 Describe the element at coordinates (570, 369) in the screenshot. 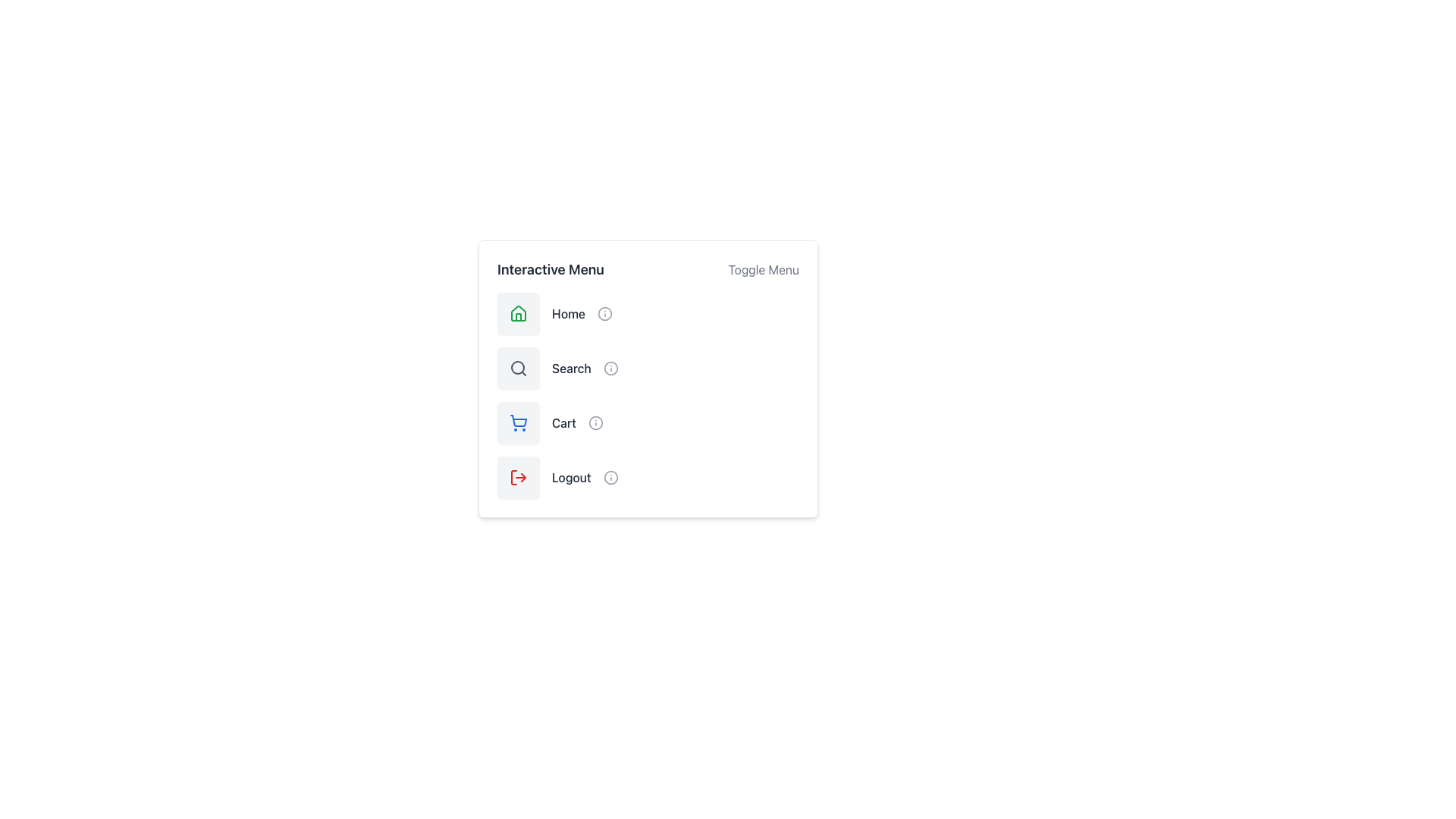

I see `text of the Text Label that serves as a label for the search action, located below the 'Home' label and above the 'Cart' label in the menu layout` at that location.